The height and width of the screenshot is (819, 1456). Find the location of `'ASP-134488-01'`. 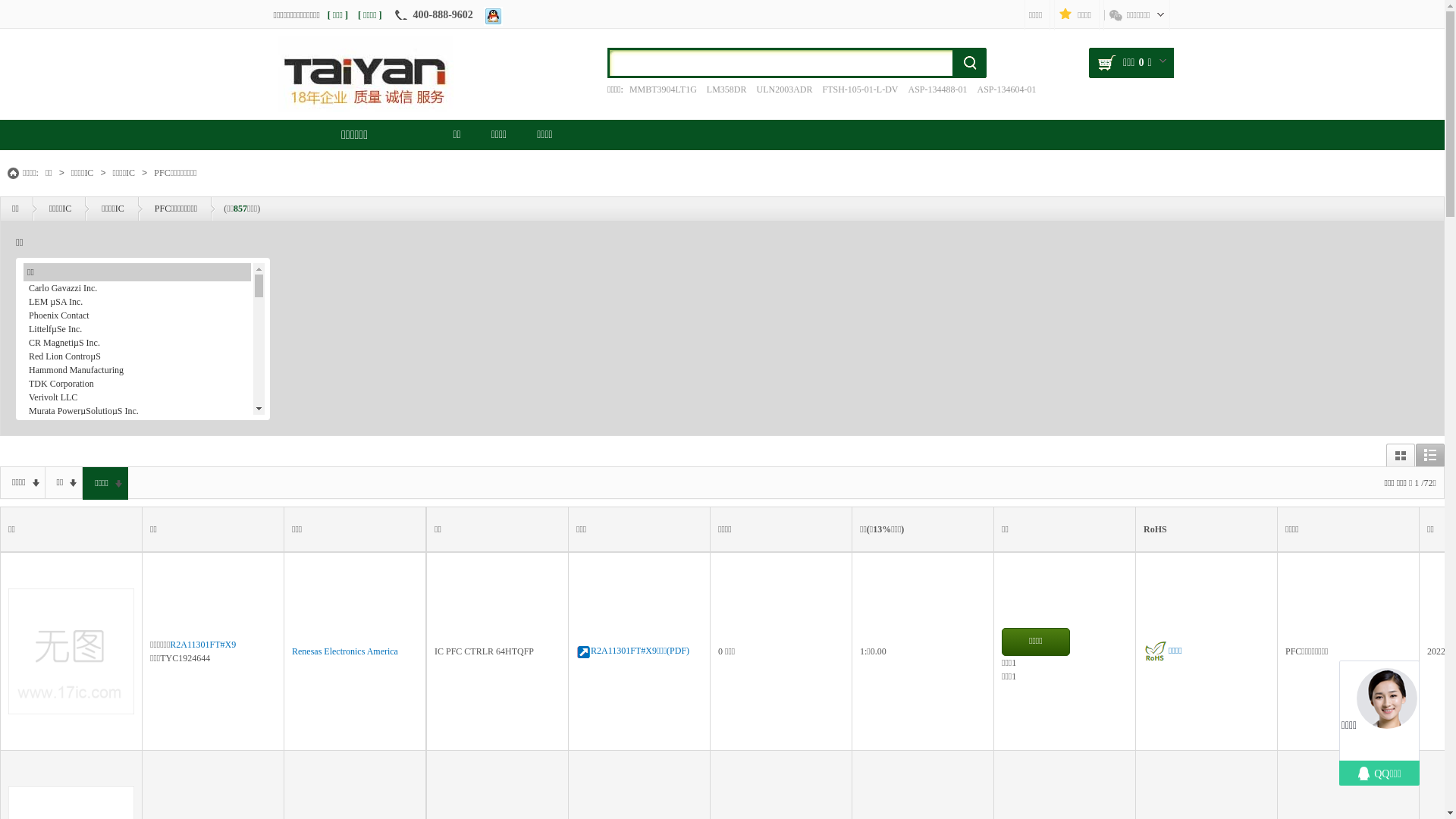

'ASP-134488-01' is located at coordinates (937, 89).